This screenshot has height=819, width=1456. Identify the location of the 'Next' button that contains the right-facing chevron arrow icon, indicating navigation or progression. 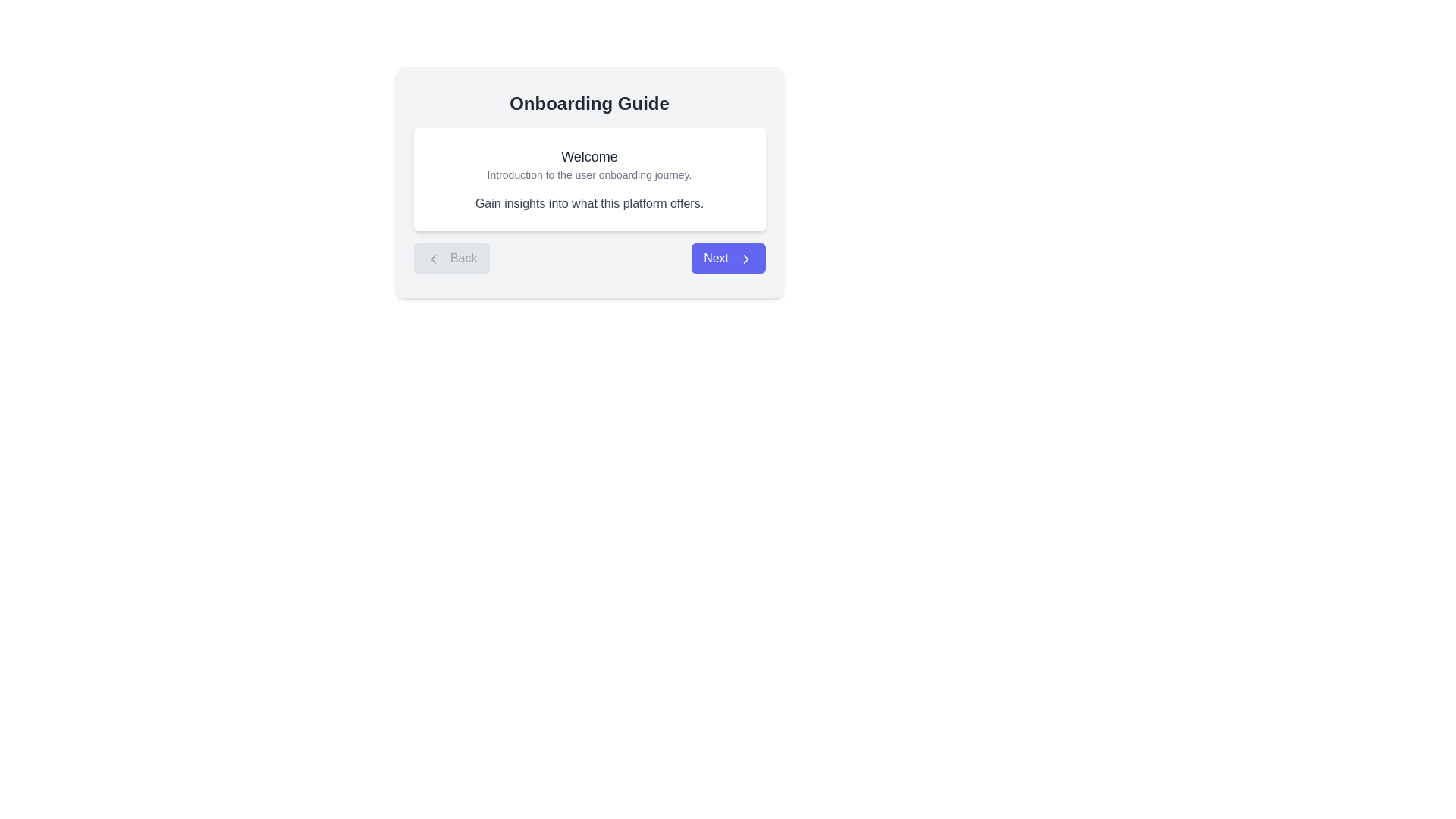
(745, 258).